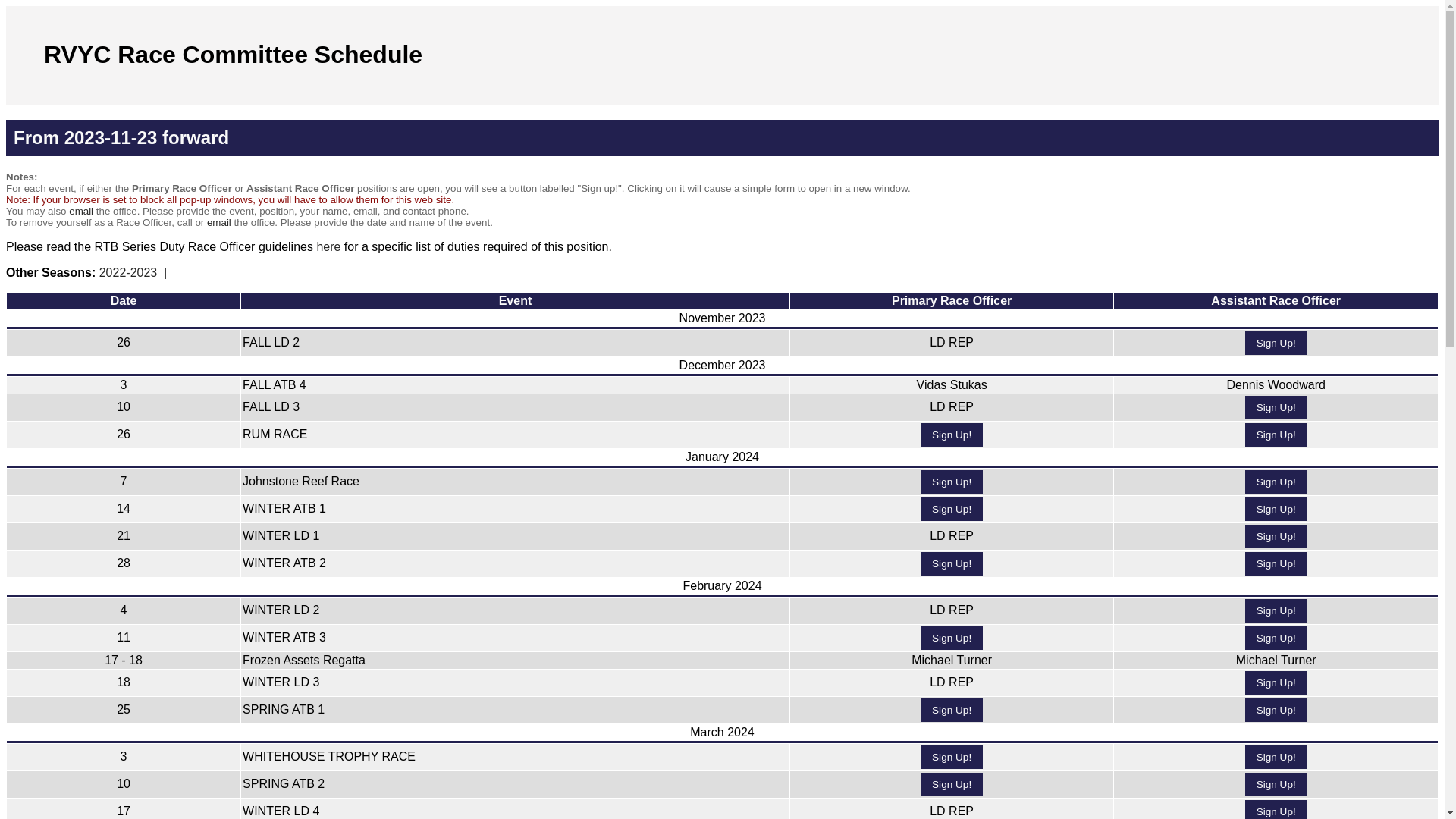 The width and height of the screenshot is (1456, 819). I want to click on 'email', so click(80, 211).